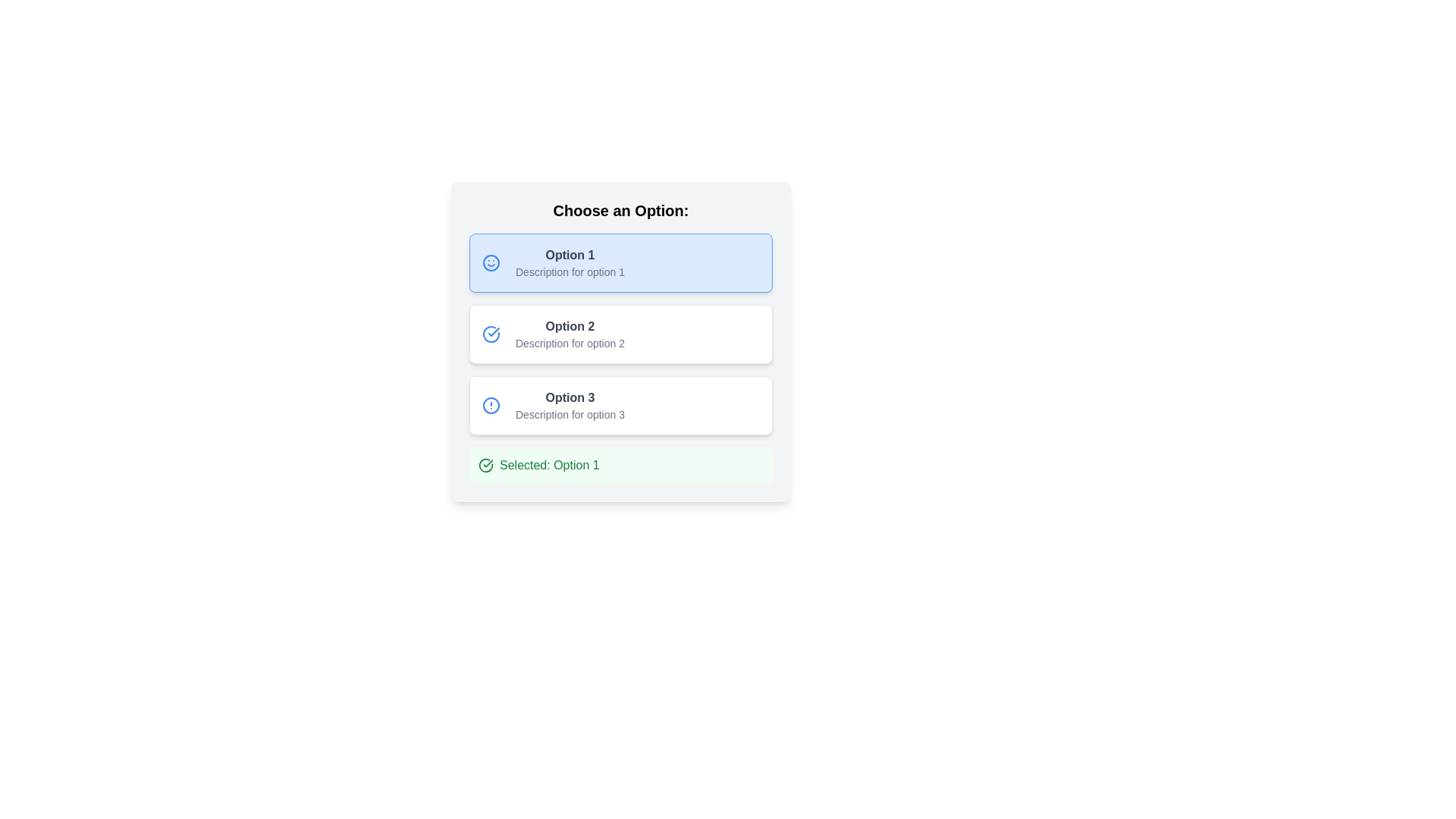 The width and height of the screenshot is (1456, 819). Describe the element at coordinates (570, 262) in the screenshot. I see `the text element labeled 'Option 1' with the subtitle 'Description for option 1'` at that location.